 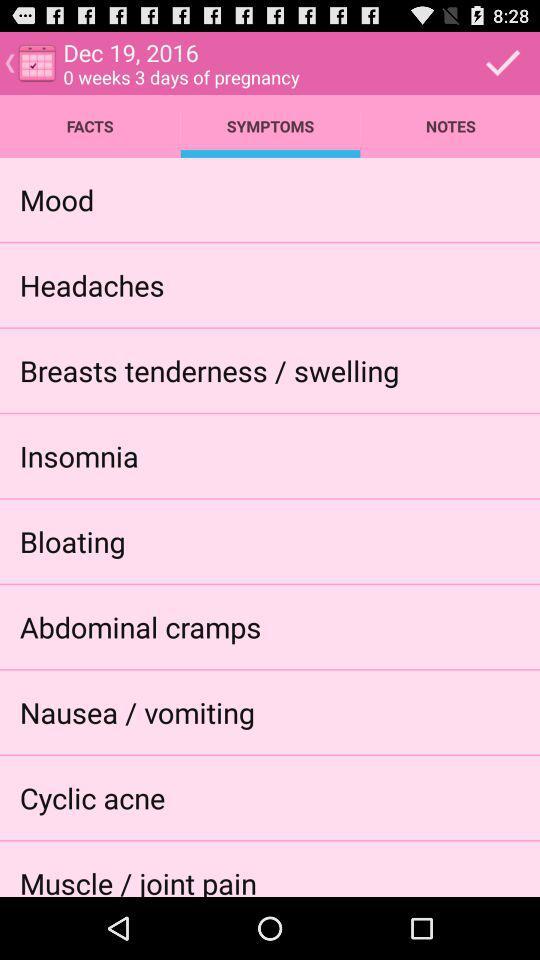 What do you see at coordinates (502, 63) in the screenshot?
I see `the select icon at the top` at bounding box center [502, 63].